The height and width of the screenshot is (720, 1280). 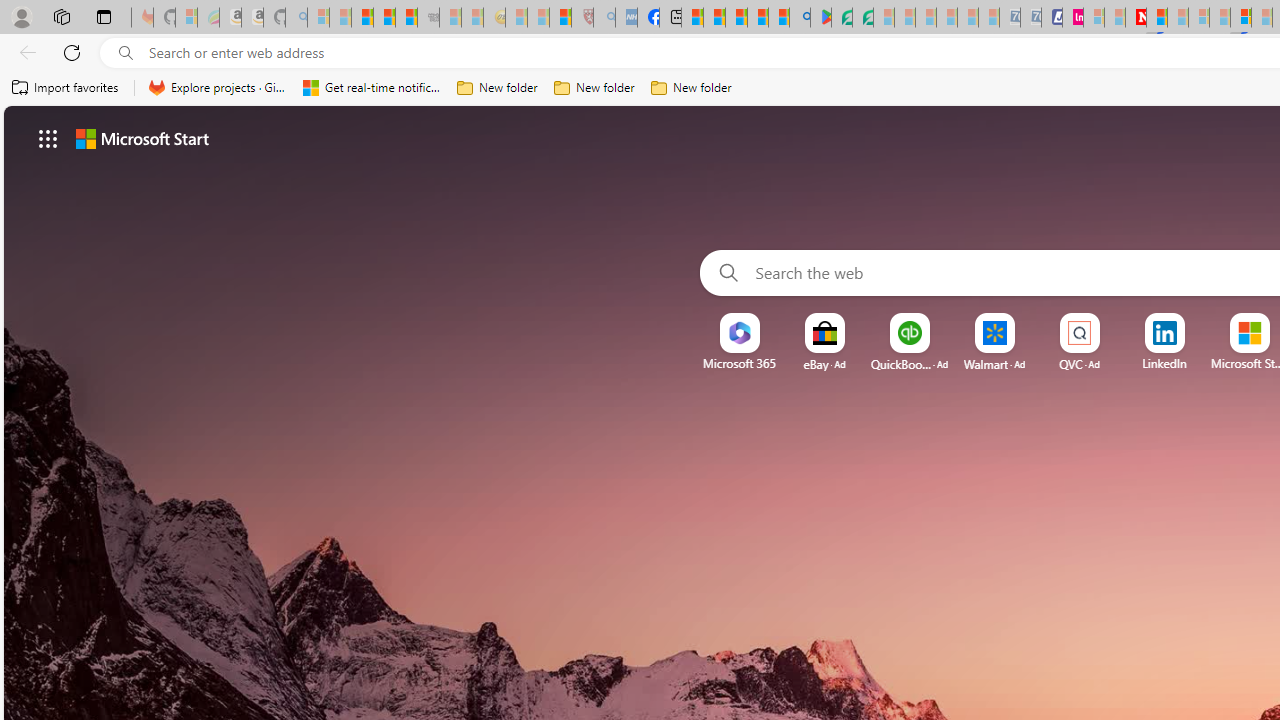 I want to click on 'New folder', so click(x=691, y=87).